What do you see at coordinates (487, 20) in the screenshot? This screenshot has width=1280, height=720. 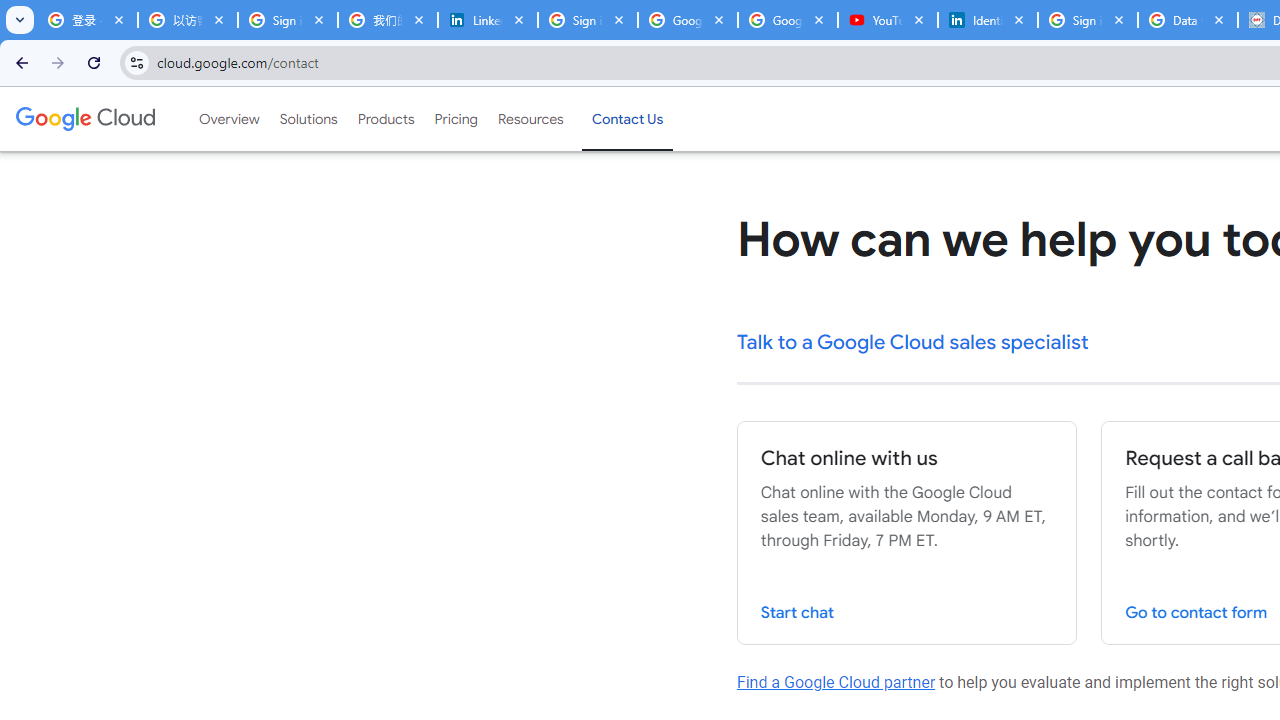 I see `'LinkedIn Privacy Policy'` at bounding box center [487, 20].